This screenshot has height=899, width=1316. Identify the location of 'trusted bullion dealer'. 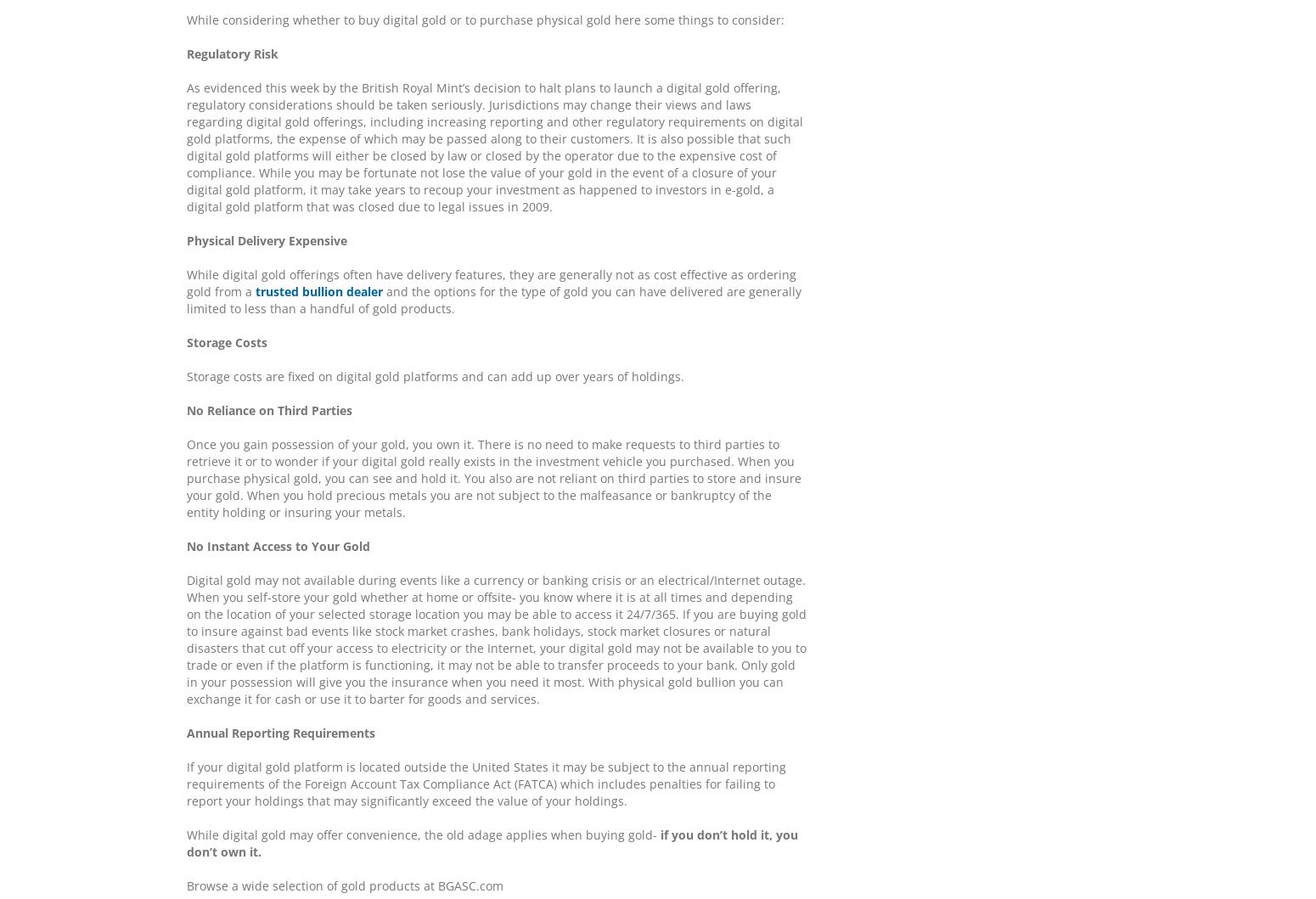
(318, 290).